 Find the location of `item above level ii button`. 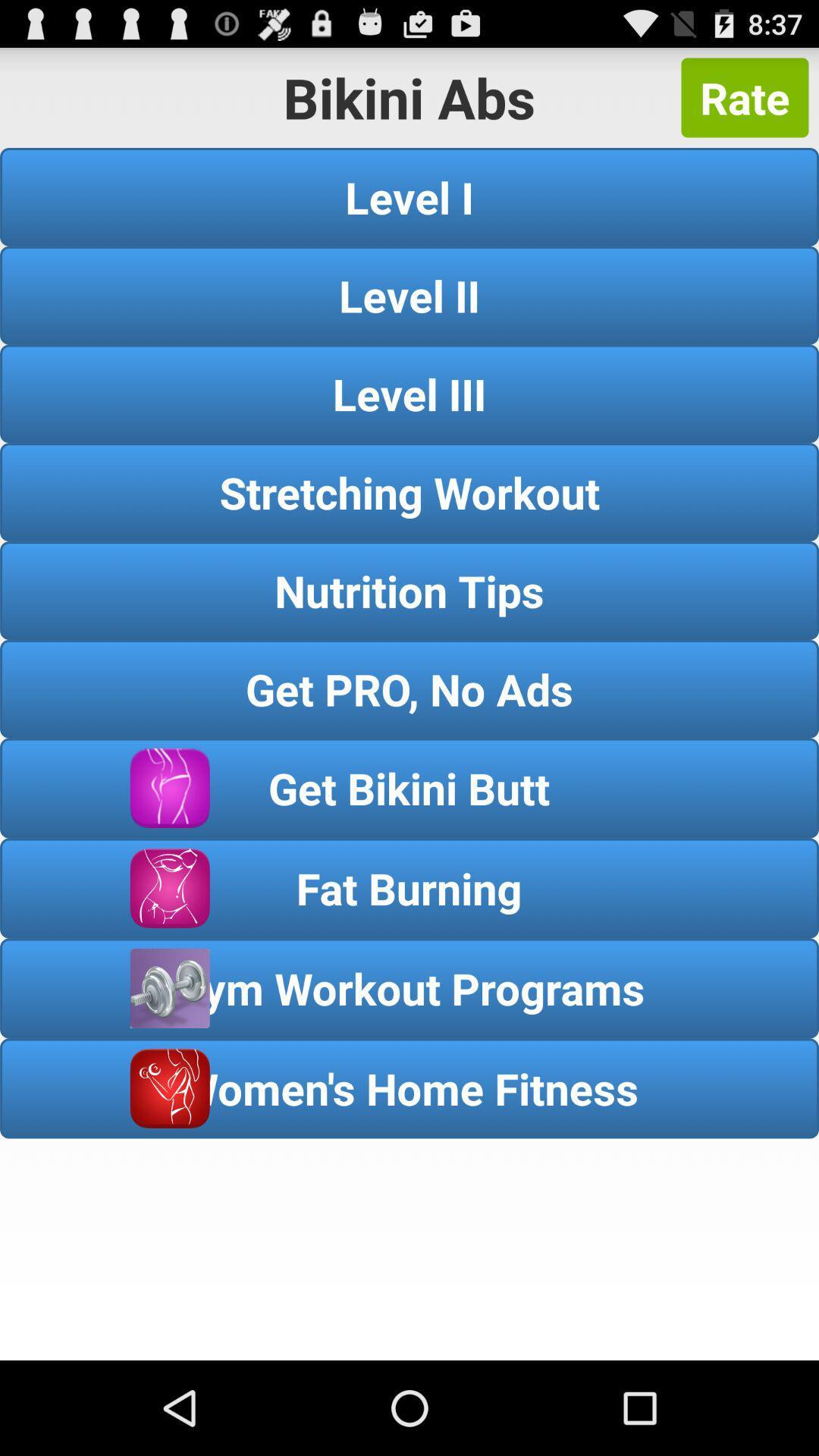

item above level ii button is located at coordinates (409, 196).